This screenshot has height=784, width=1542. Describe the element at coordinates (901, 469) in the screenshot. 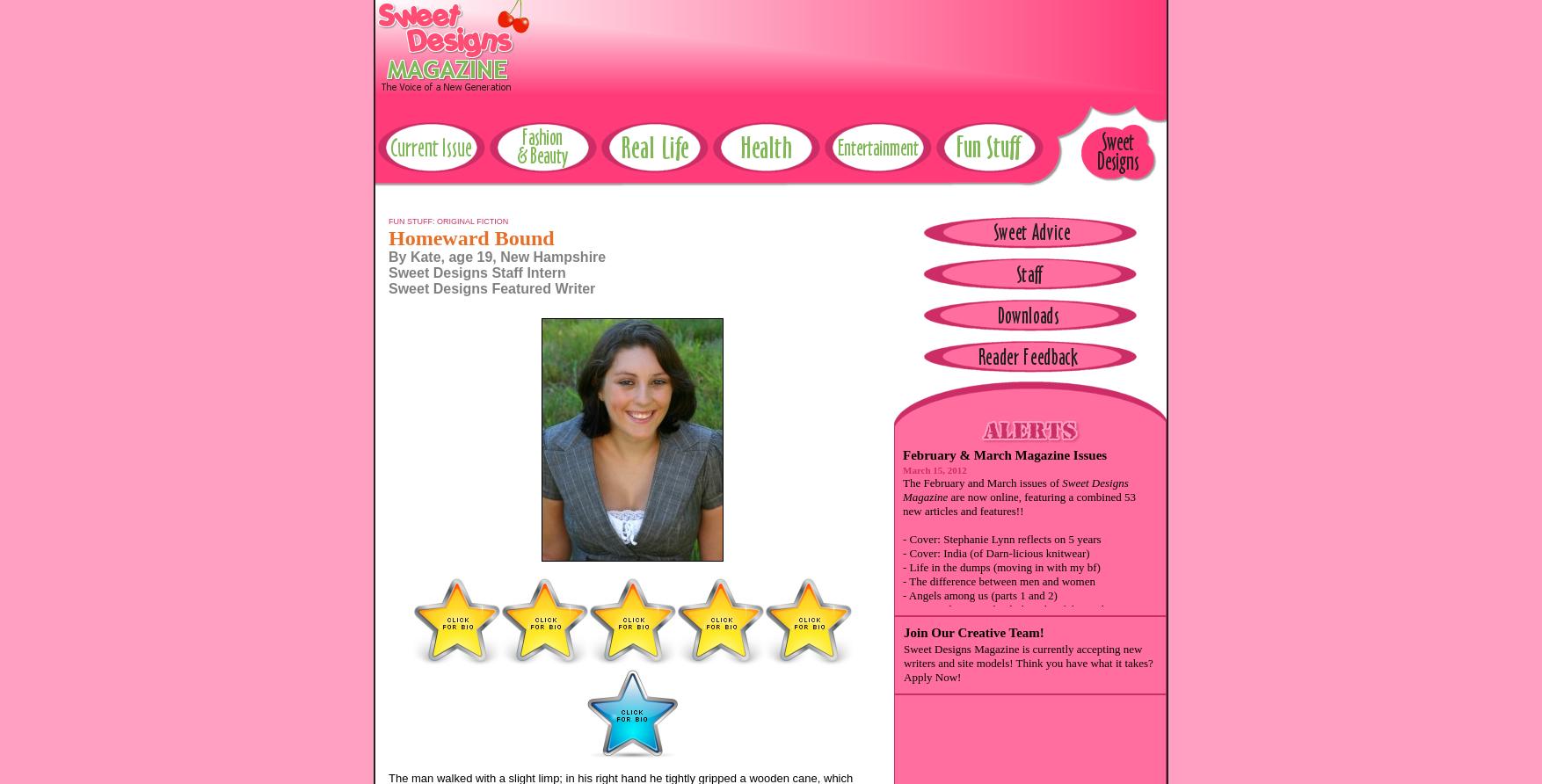

I see `'March 15, 2012'` at that location.